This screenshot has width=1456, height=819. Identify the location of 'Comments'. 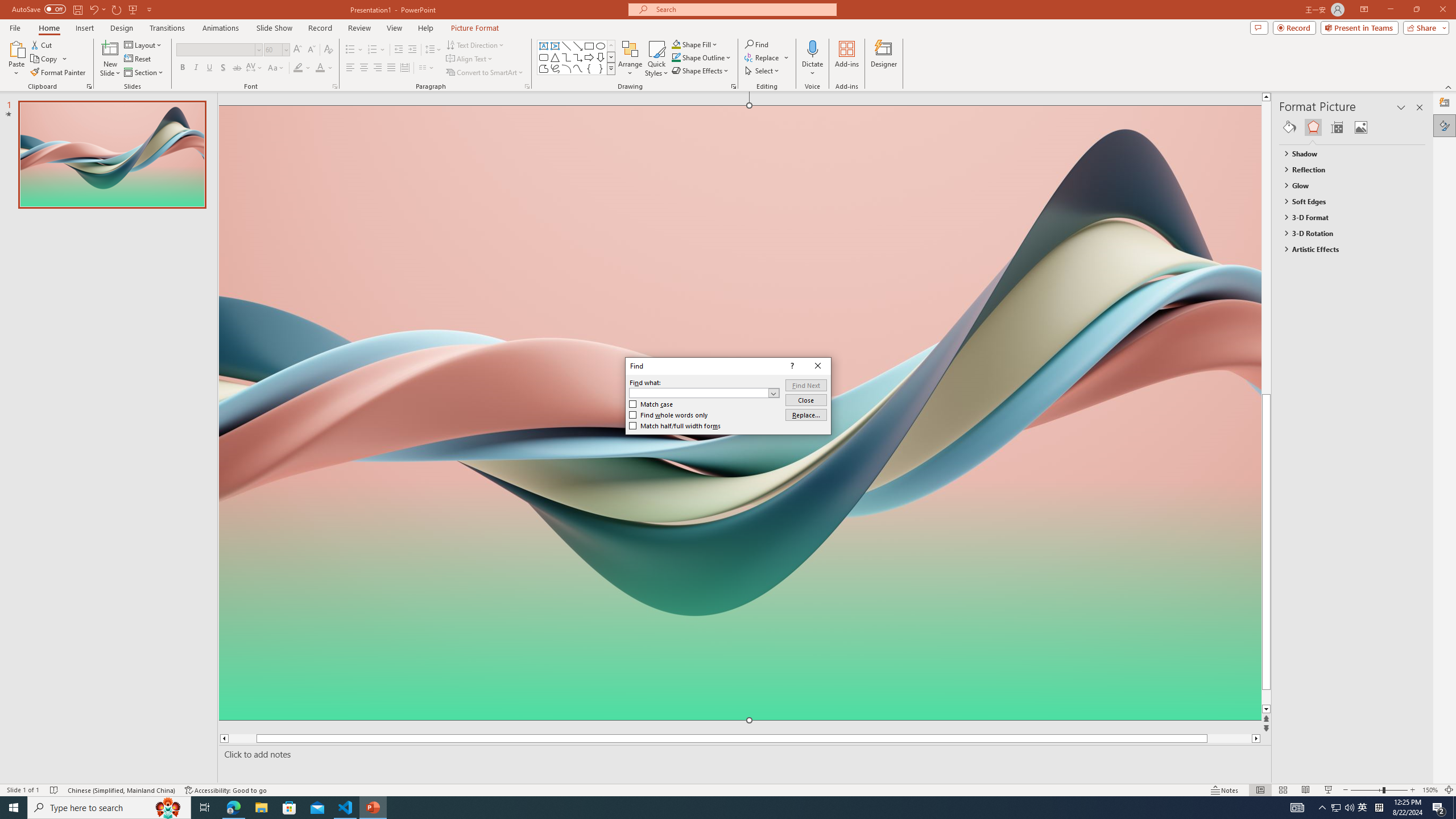
(1259, 27).